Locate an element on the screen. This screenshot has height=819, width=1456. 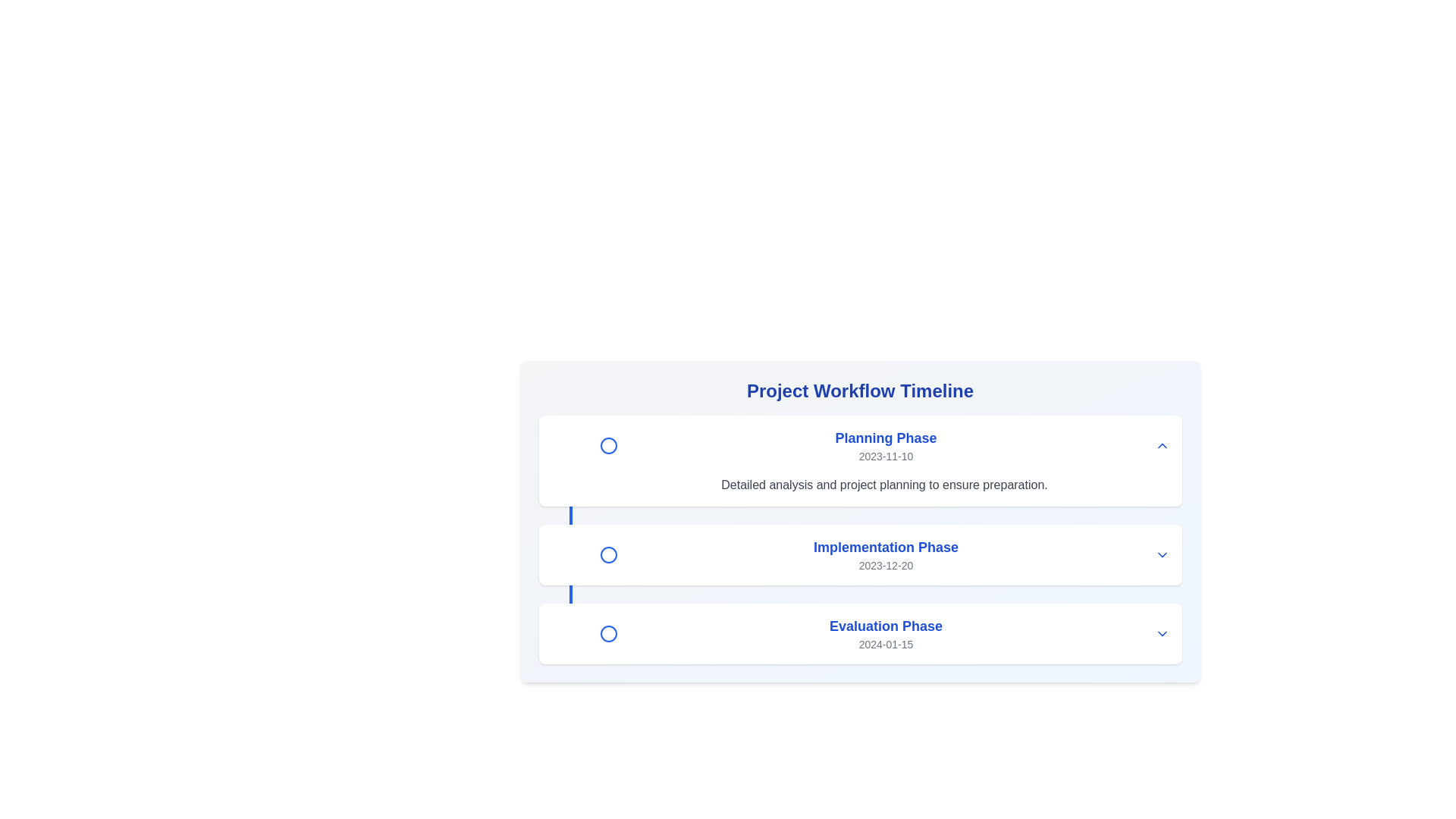
the interactive icon on the far right of the 'Implementation Phase' section is located at coordinates (1161, 555).